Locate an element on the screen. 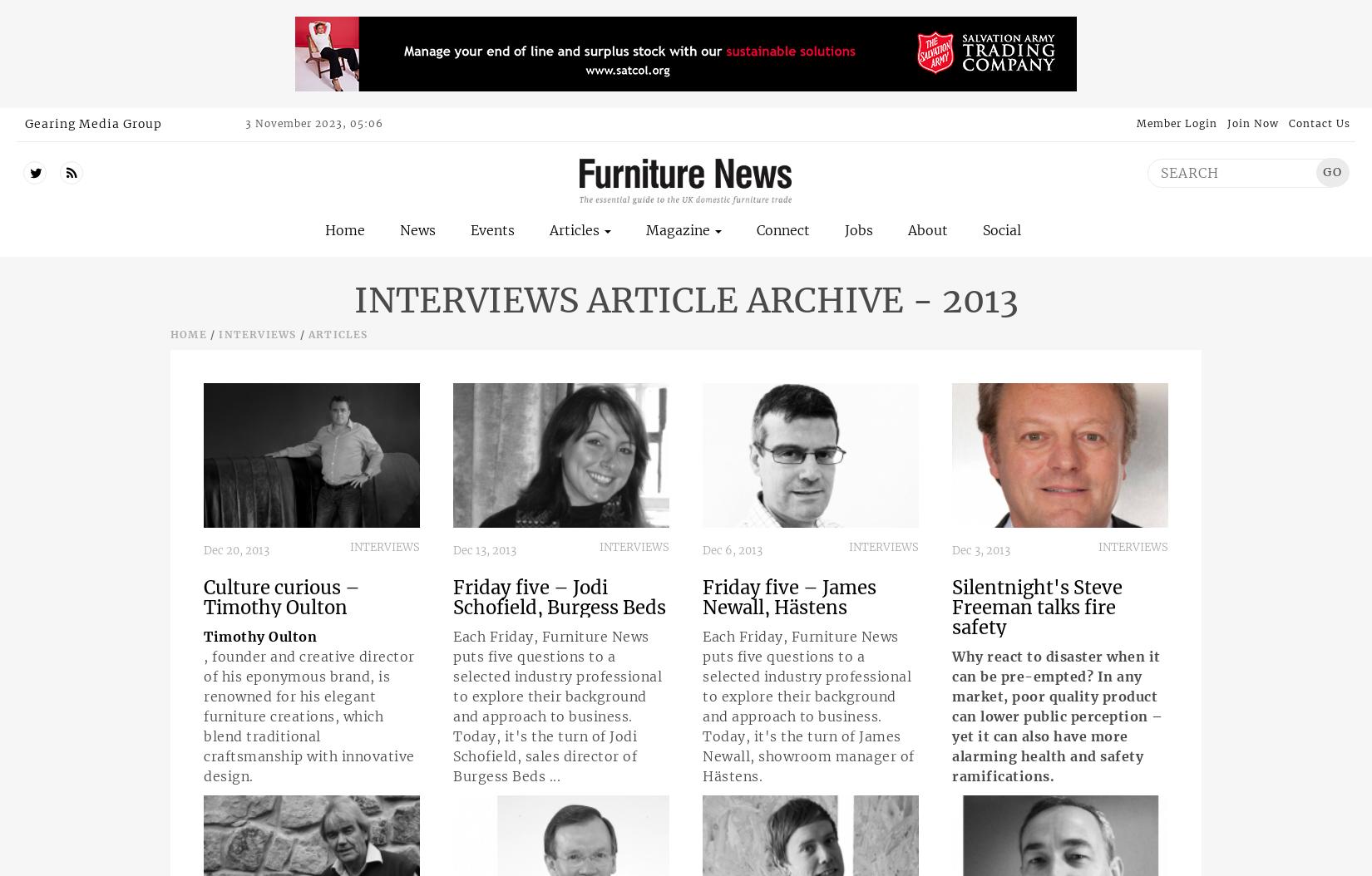 This screenshot has width=1372, height=876. 'RSS' is located at coordinates (88, 171).